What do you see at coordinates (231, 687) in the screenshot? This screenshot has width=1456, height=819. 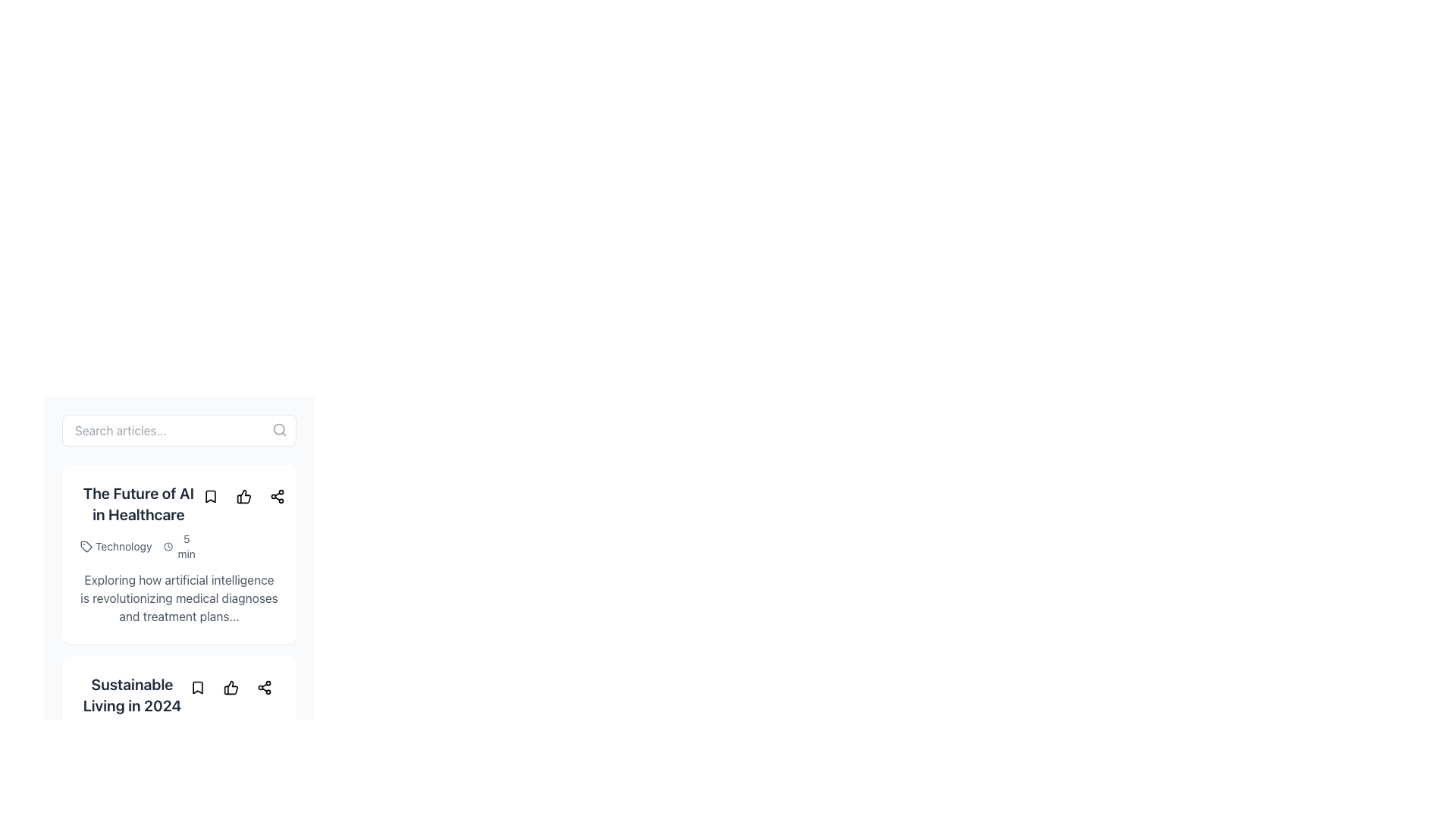 I see `the 'like' icon located in the interactive circular button at the rightmost section of the content card associated with 'Sustainable Living in 2024' to express appreciation for the content` at bounding box center [231, 687].